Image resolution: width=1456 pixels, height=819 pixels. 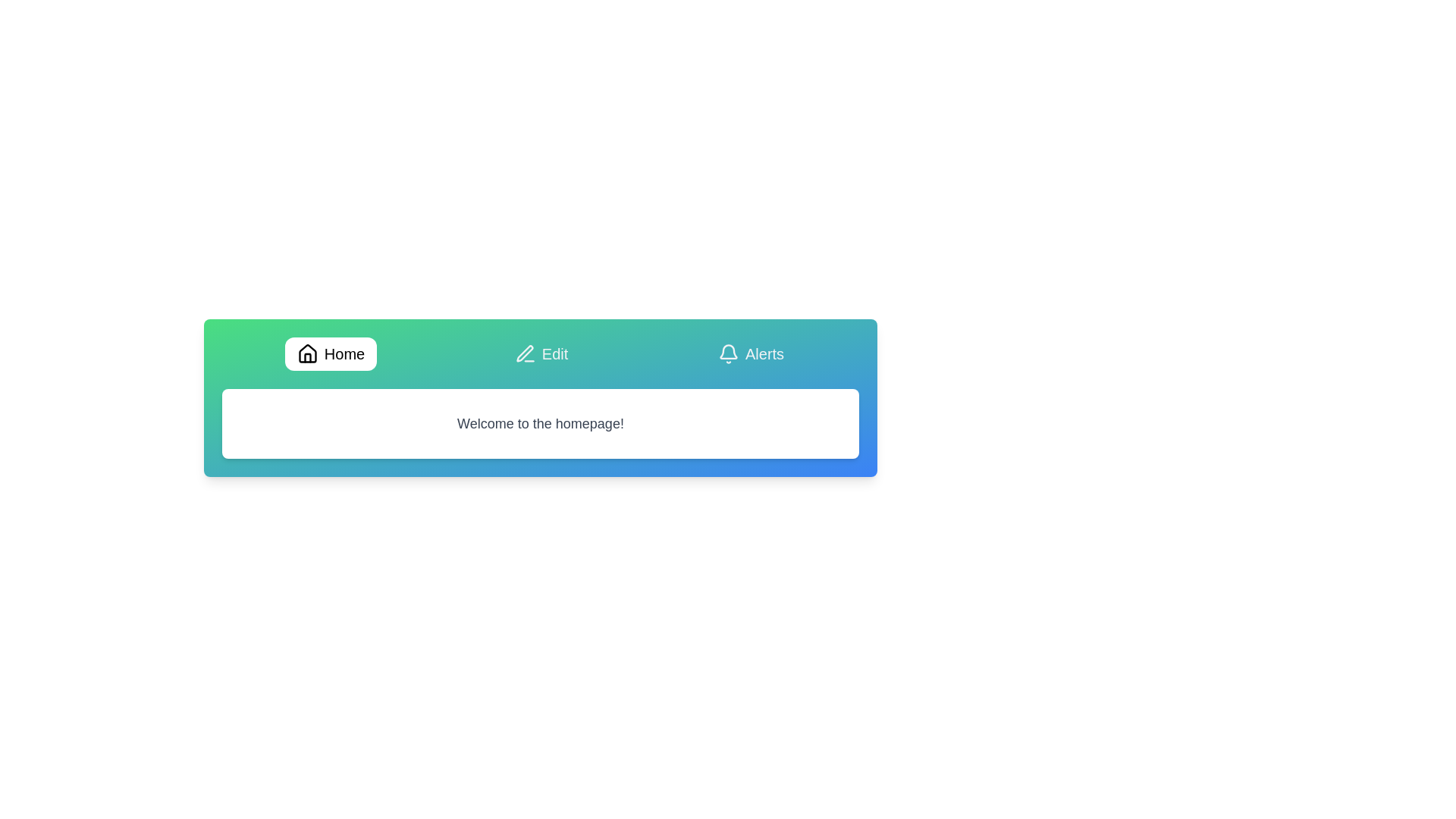 I want to click on the tab labeled Home to view its content, so click(x=330, y=353).